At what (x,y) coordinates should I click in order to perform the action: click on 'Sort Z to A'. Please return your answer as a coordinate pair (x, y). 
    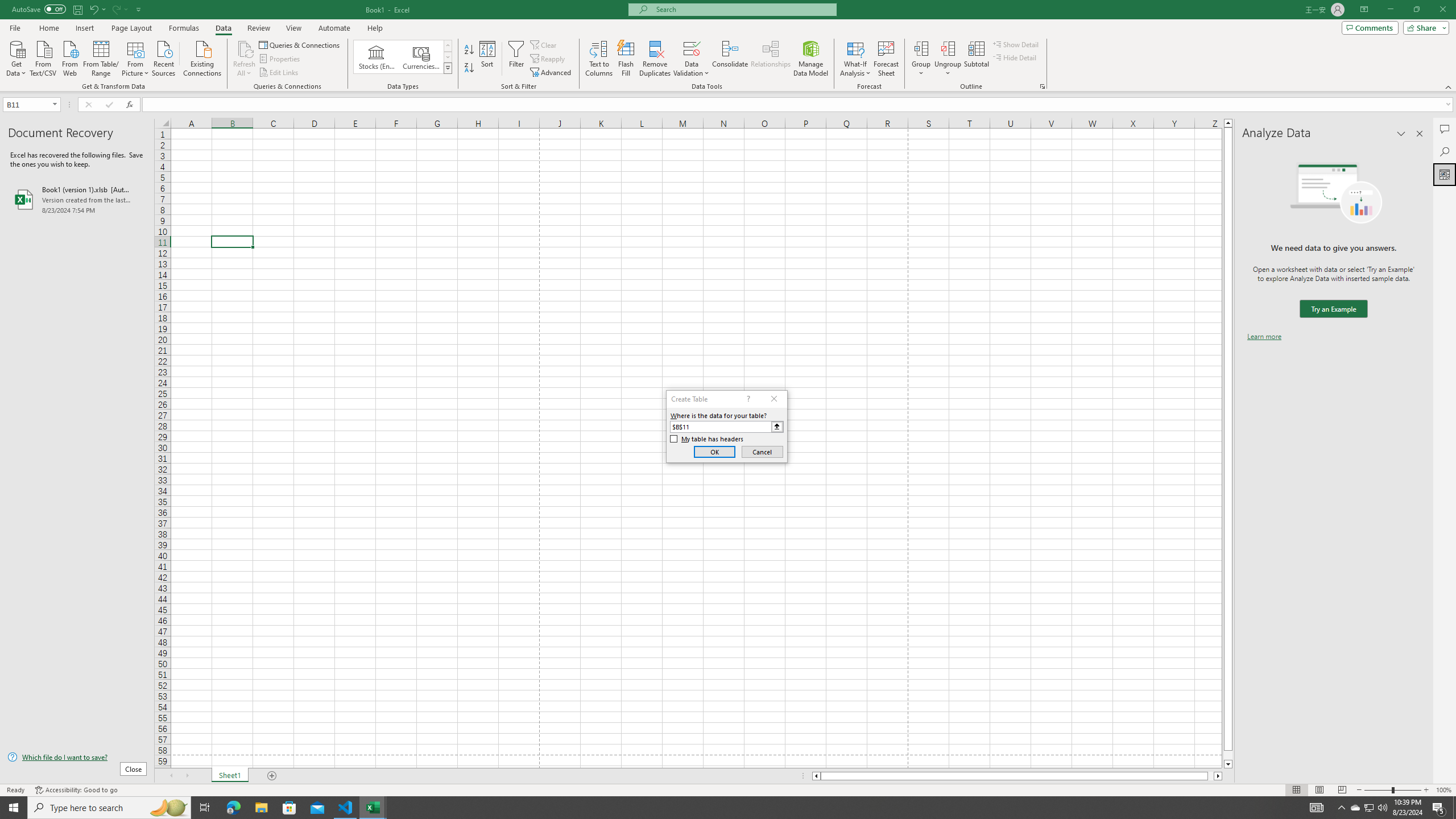
    Looking at the image, I should click on (469, 67).